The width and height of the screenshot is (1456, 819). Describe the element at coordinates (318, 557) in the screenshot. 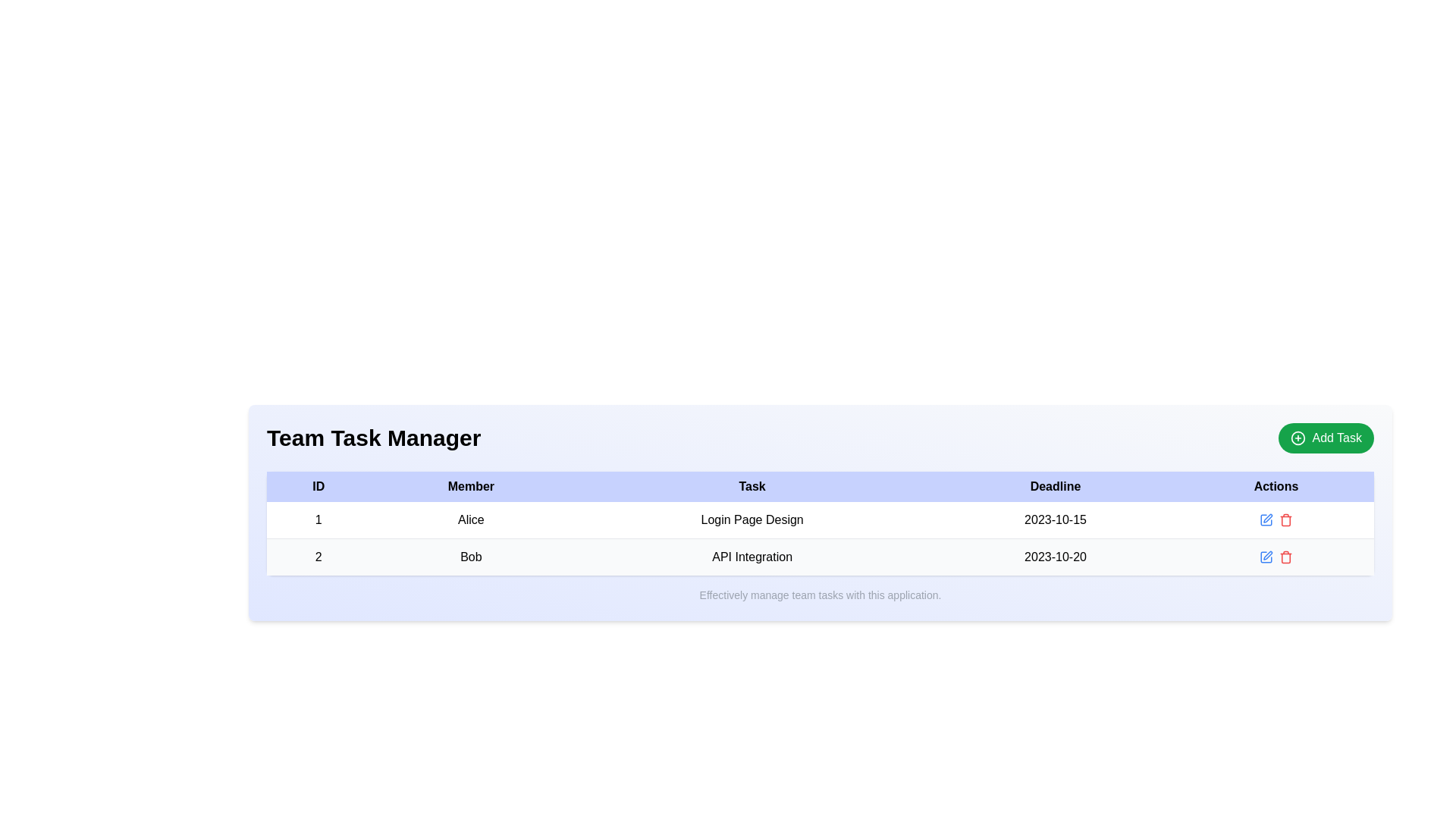

I see `the Text label in the first cell of the second row under the 'ID' column, which serves as a unique identifier for a specific entry in the task list` at that location.